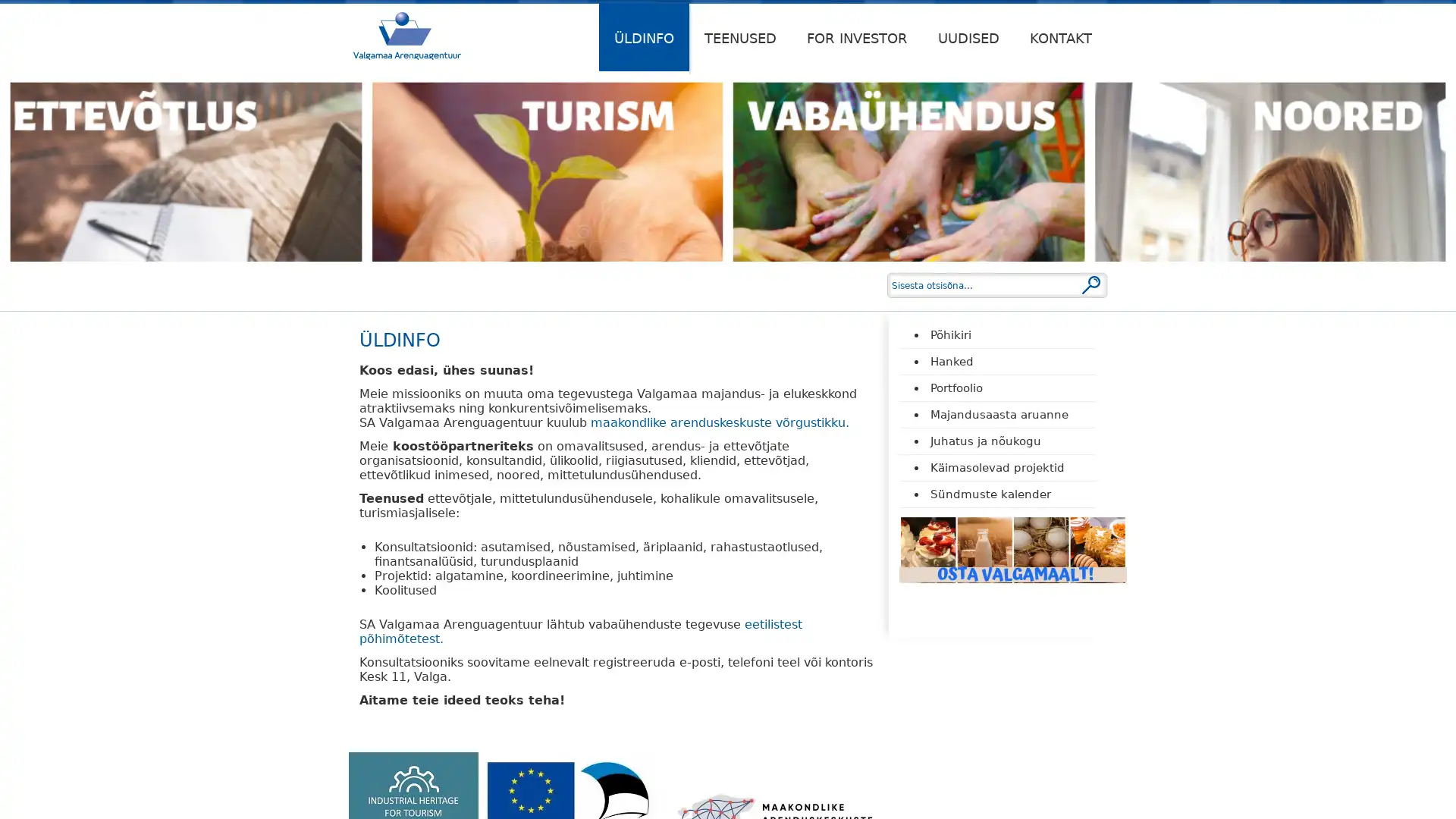 This screenshot has height=819, width=1456. Describe the element at coordinates (1090, 284) in the screenshot. I see `Otsi` at that location.